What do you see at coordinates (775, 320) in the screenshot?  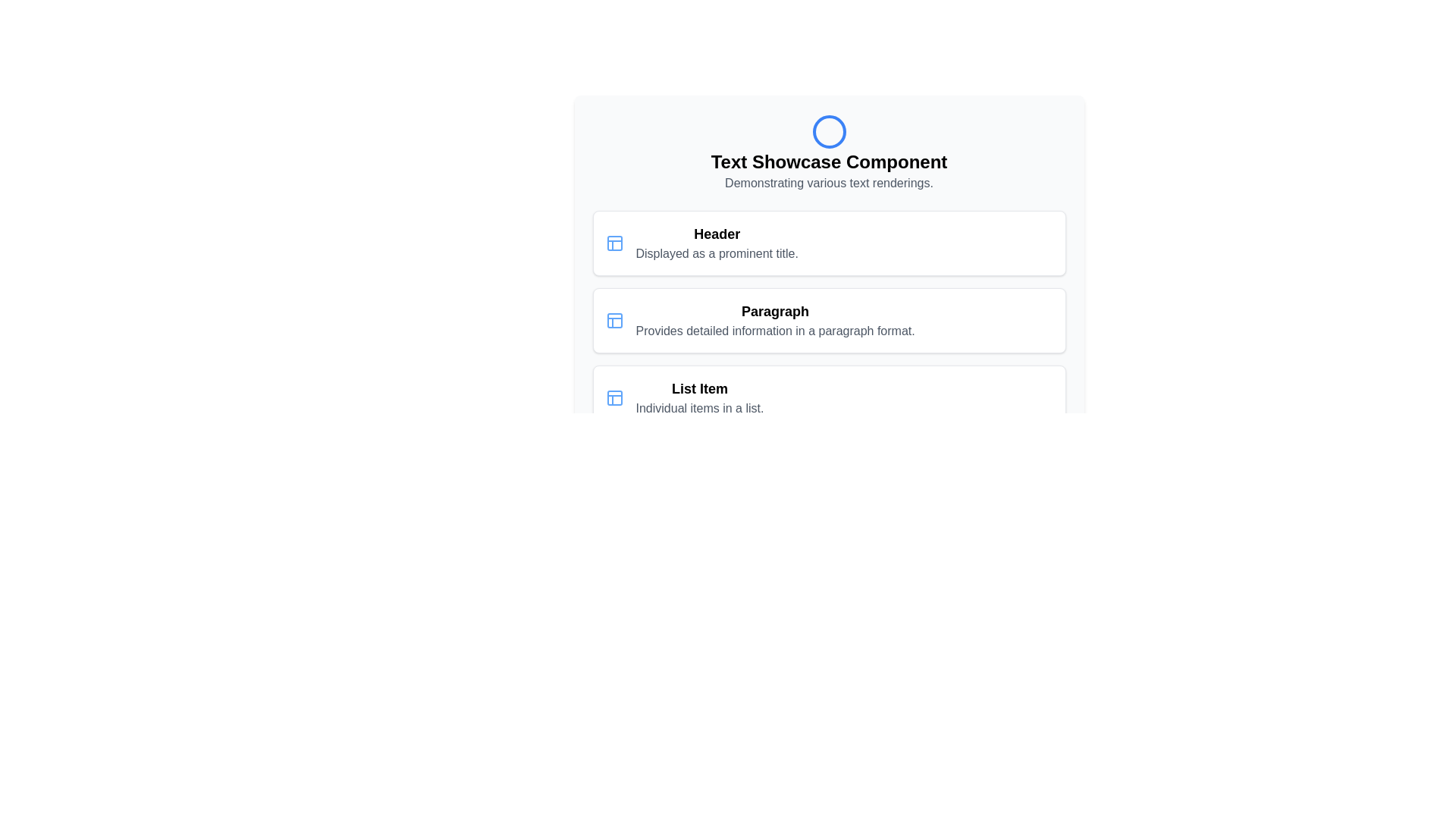 I see `the static text block labeled 'Paragraph' that provides detailed information in a paragraph format` at bounding box center [775, 320].